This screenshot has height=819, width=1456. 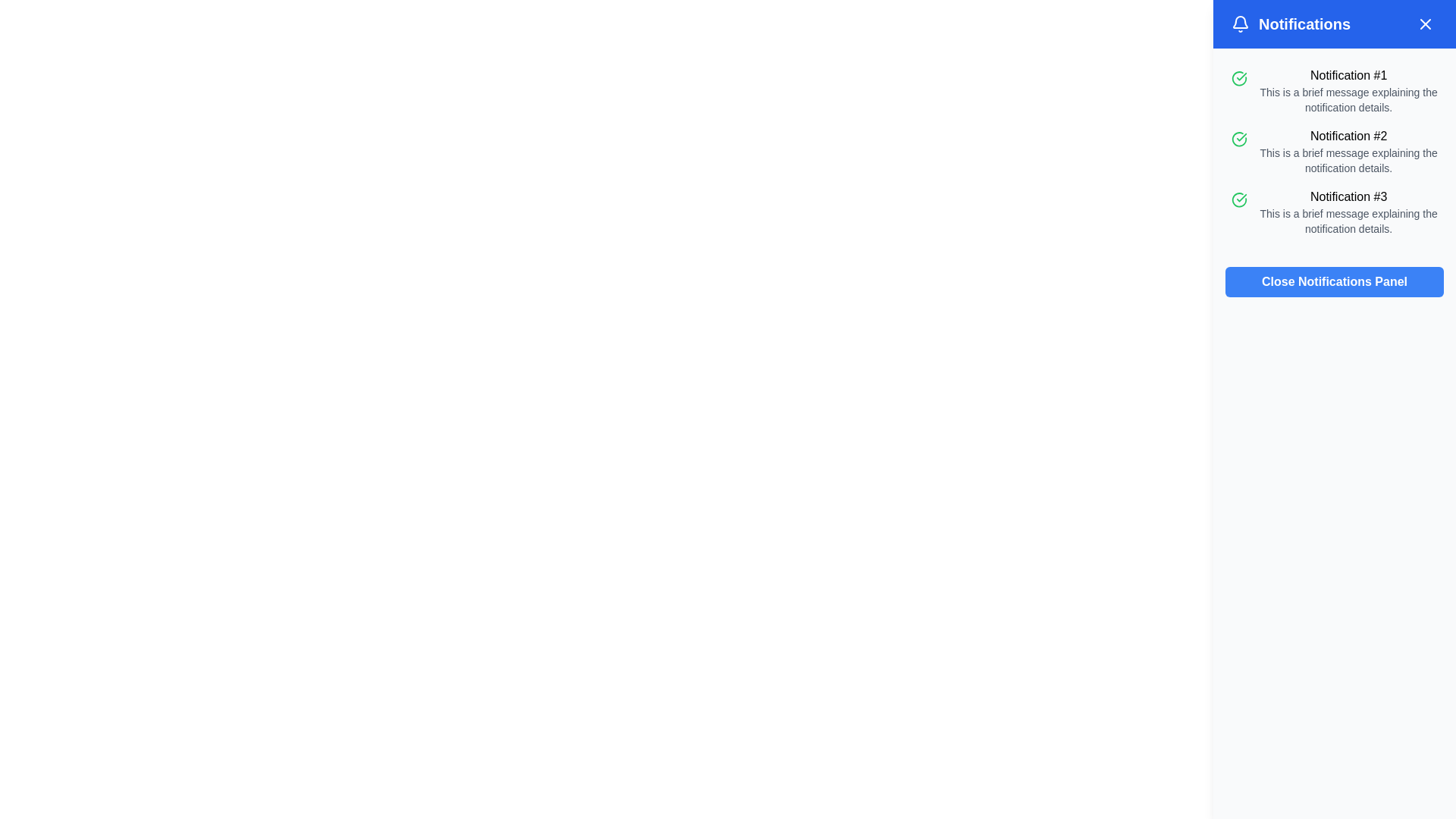 What do you see at coordinates (1348, 136) in the screenshot?
I see `the text 'Notification #2' displayed in bold styling, which is the title for a notification item in the notification center panel` at bounding box center [1348, 136].